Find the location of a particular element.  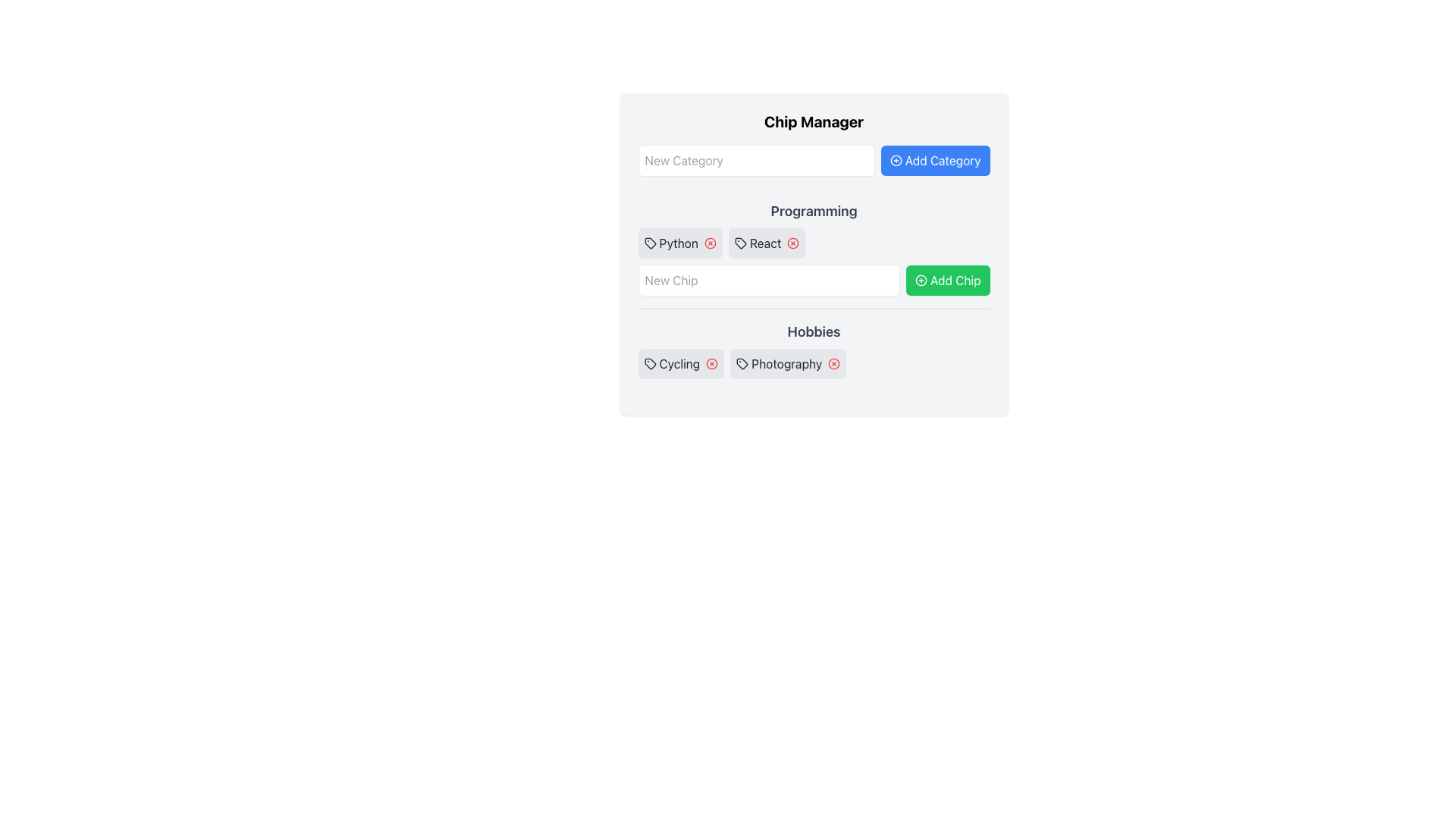

the tag-like icon representing the 'Cycling' group in the 'Hobbies' section, located before the red delete icon is located at coordinates (650, 363).